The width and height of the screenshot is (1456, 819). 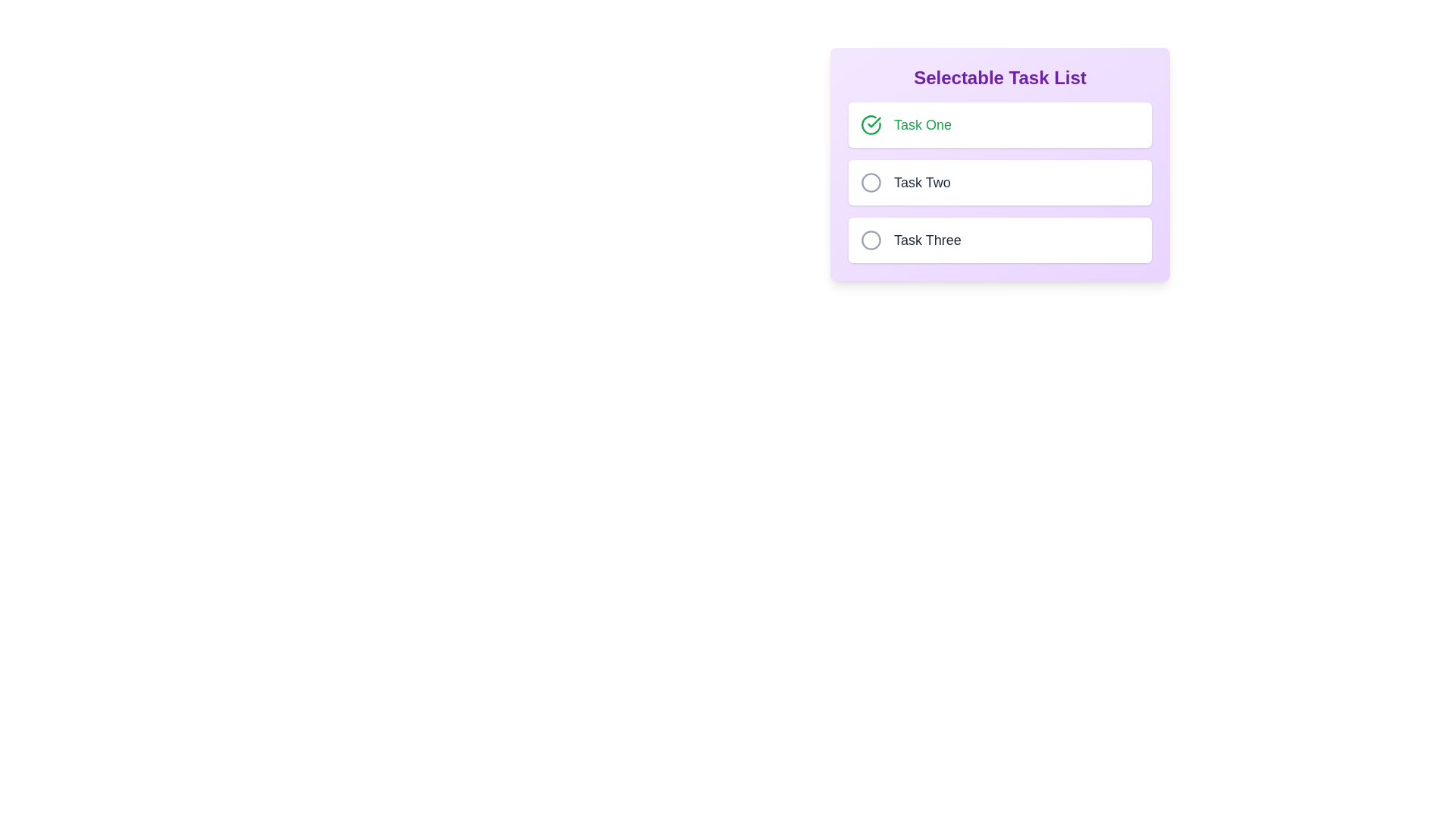 What do you see at coordinates (1000, 124) in the screenshot?
I see `keyboard navigation` at bounding box center [1000, 124].